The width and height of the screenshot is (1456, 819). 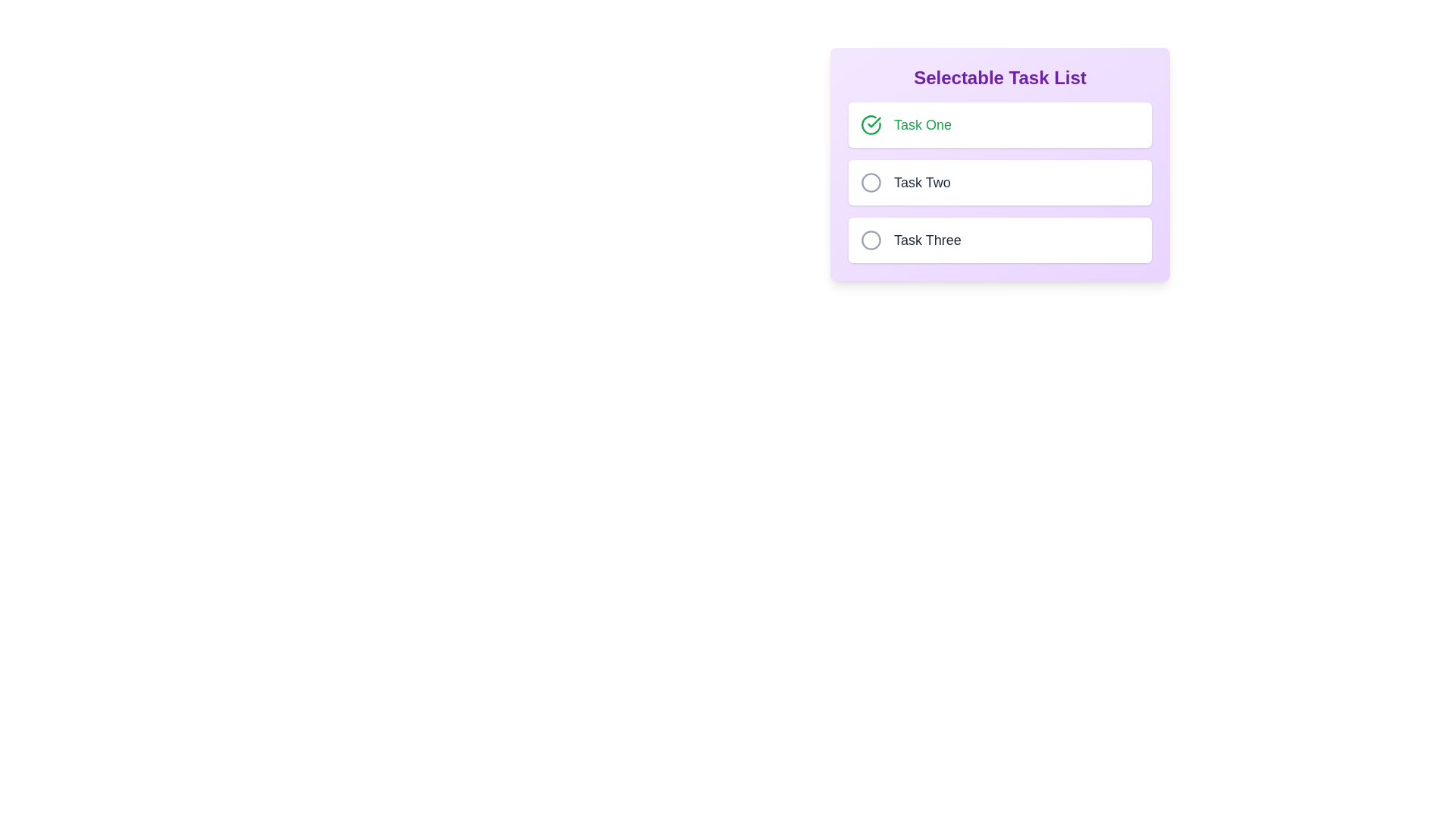 What do you see at coordinates (1000, 124) in the screenshot?
I see `keyboard navigation` at bounding box center [1000, 124].